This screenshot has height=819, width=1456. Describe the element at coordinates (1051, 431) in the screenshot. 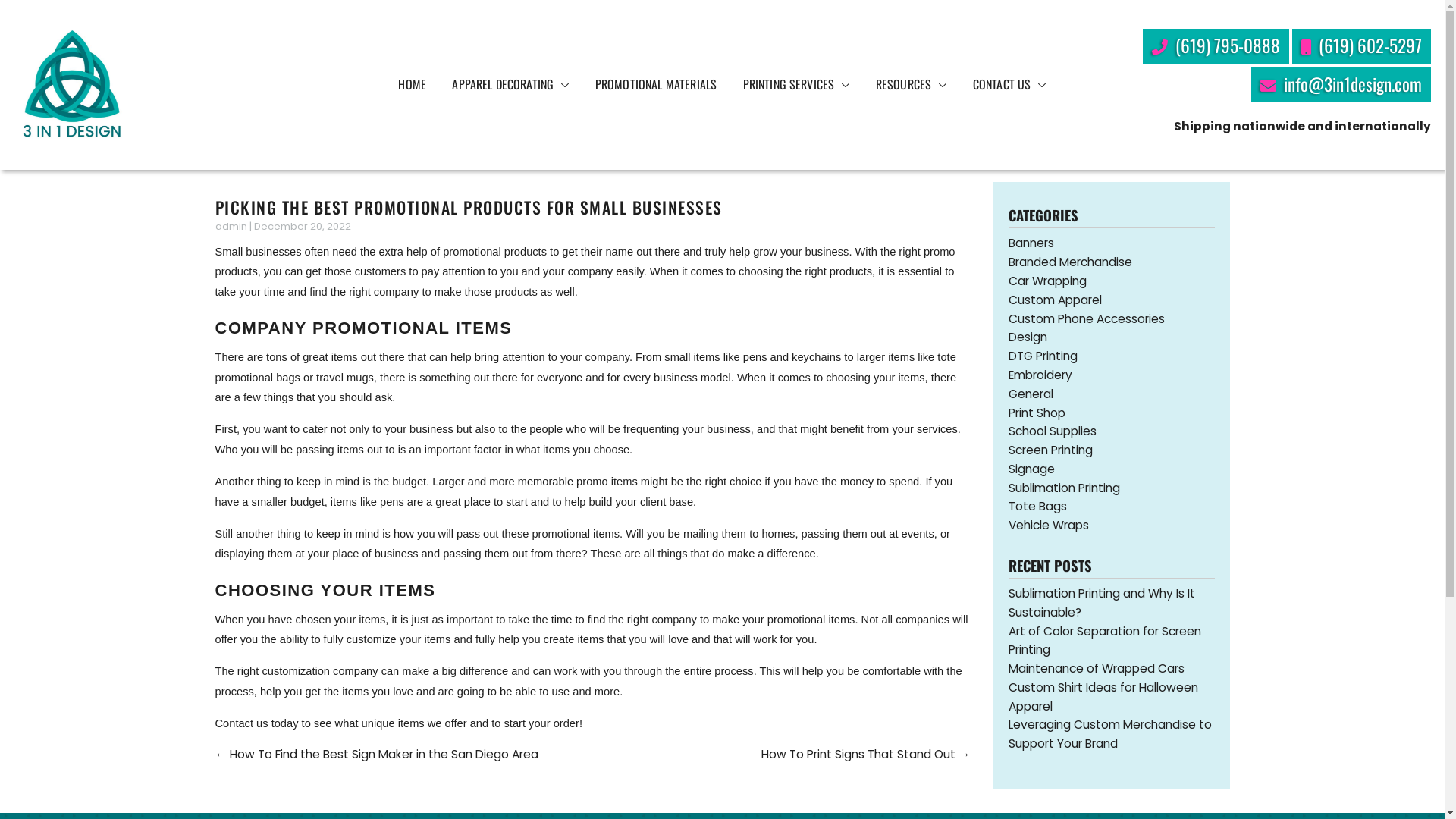

I see `'School Supplies'` at that location.